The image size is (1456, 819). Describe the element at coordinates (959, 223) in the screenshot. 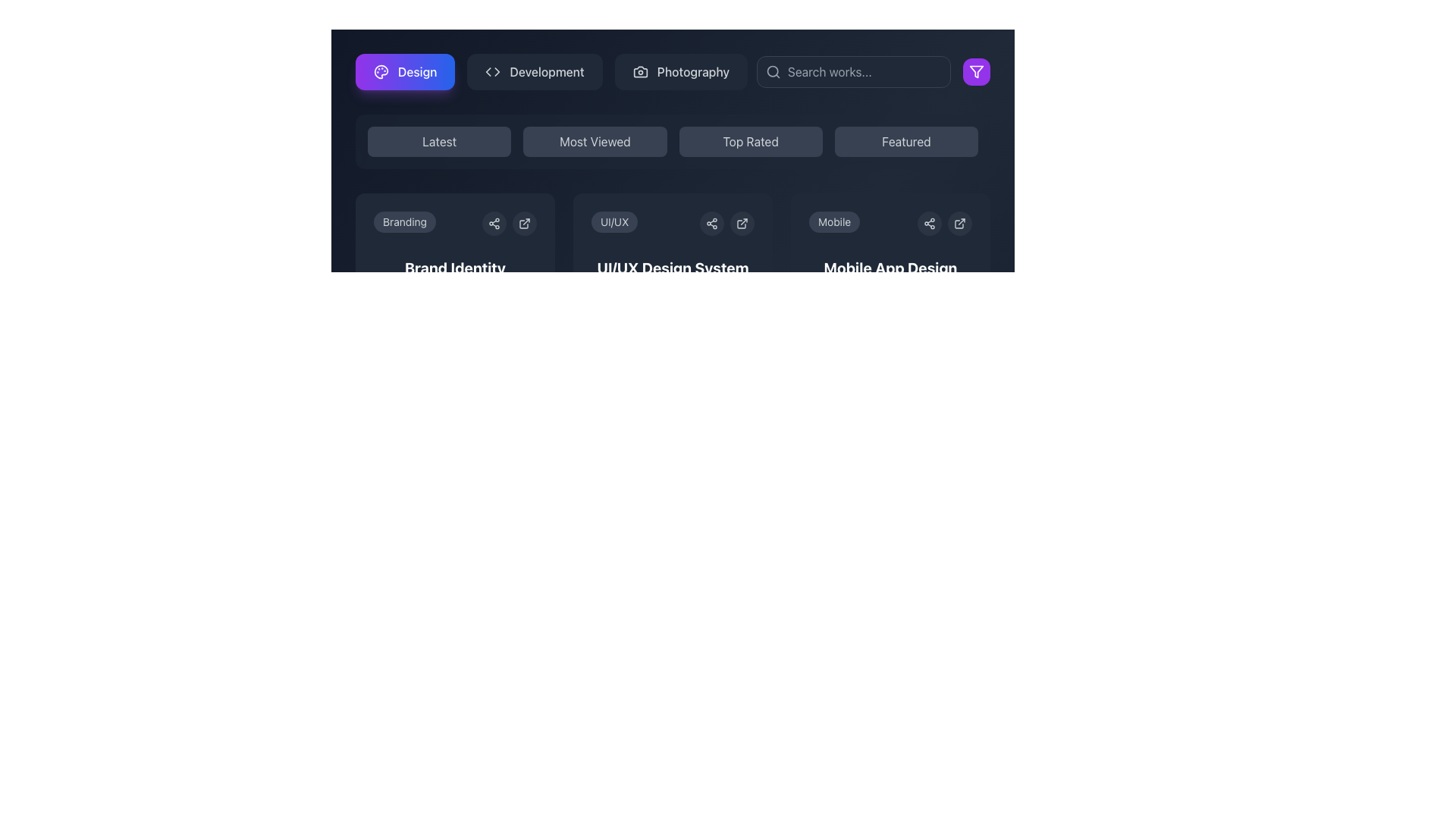

I see `the circular button with a dark-gray background and an external link icon` at that location.